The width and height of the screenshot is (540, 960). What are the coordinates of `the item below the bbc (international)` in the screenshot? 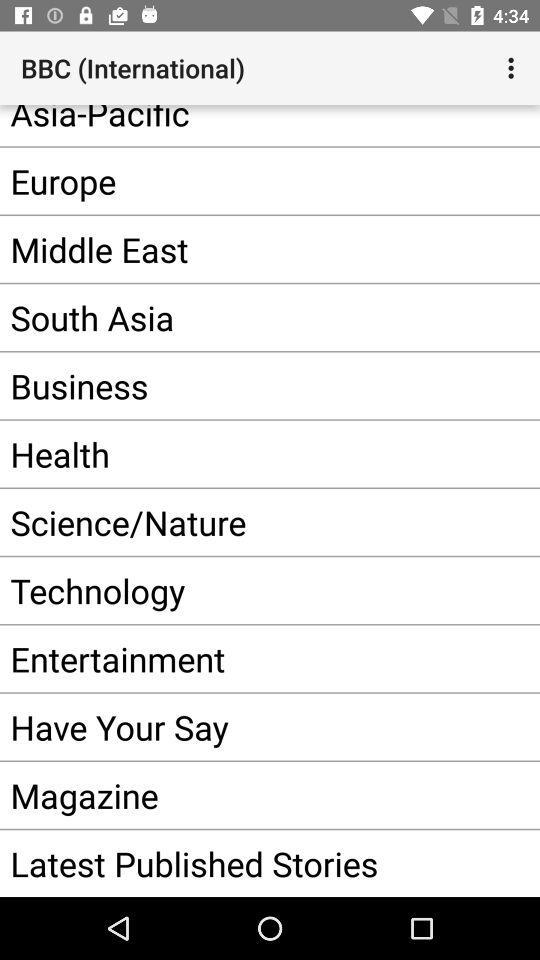 It's located at (239, 124).